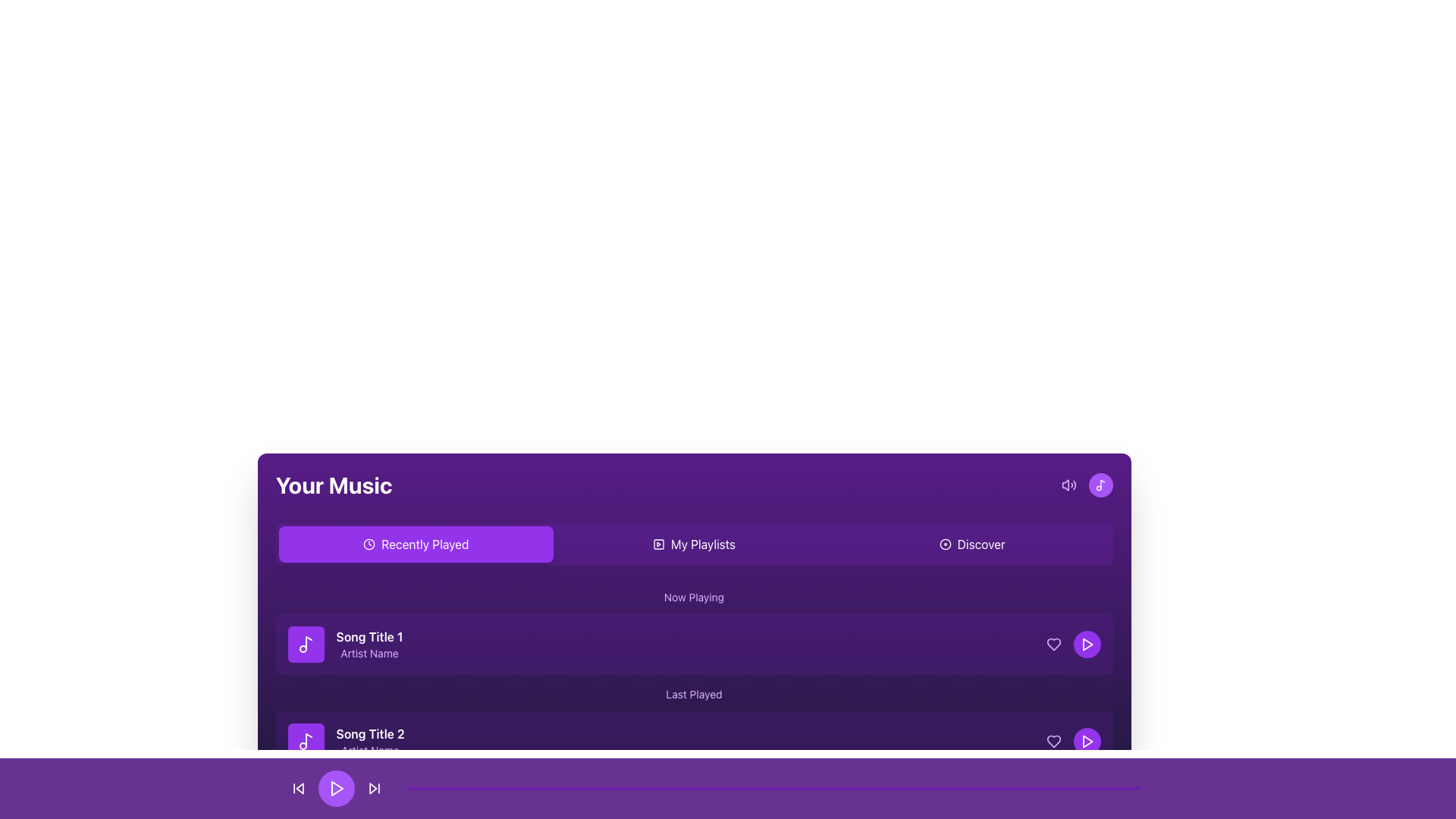  What do you see at coordinates (369, 644) in the screenshot?
I see `the text label displaying 'Song Title 1' in bold and 'Artist Name' in lighter purple, located in the 'Your Music' section below the 'Recently Played' tab` at bounding box center [369, 644].